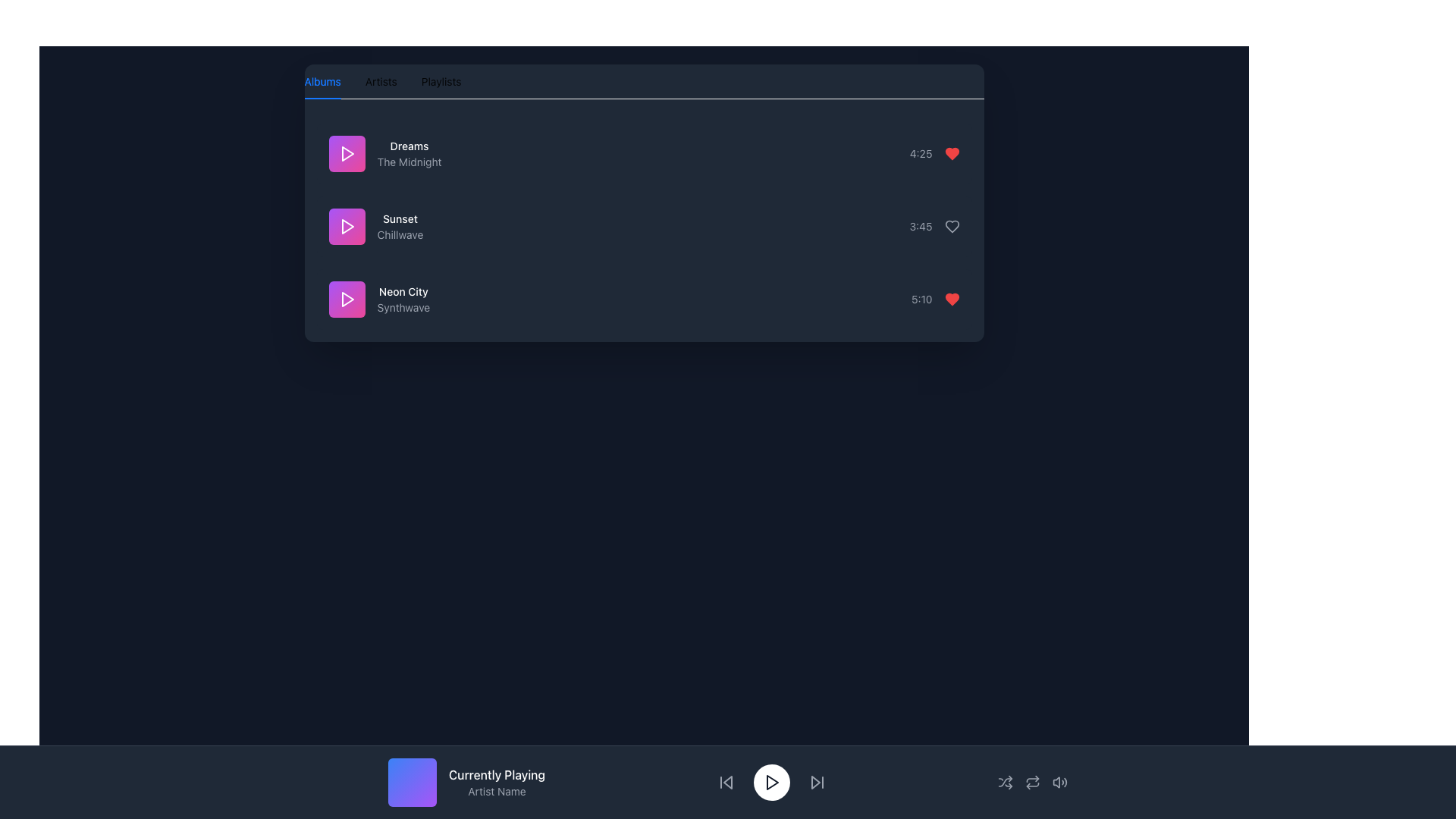  Describe the element at coordinates (497, 775) in the screenshot. I see `the 'Currently Playing' static text label, which indicates the currently playing track in the footer section of the interface` at that location.